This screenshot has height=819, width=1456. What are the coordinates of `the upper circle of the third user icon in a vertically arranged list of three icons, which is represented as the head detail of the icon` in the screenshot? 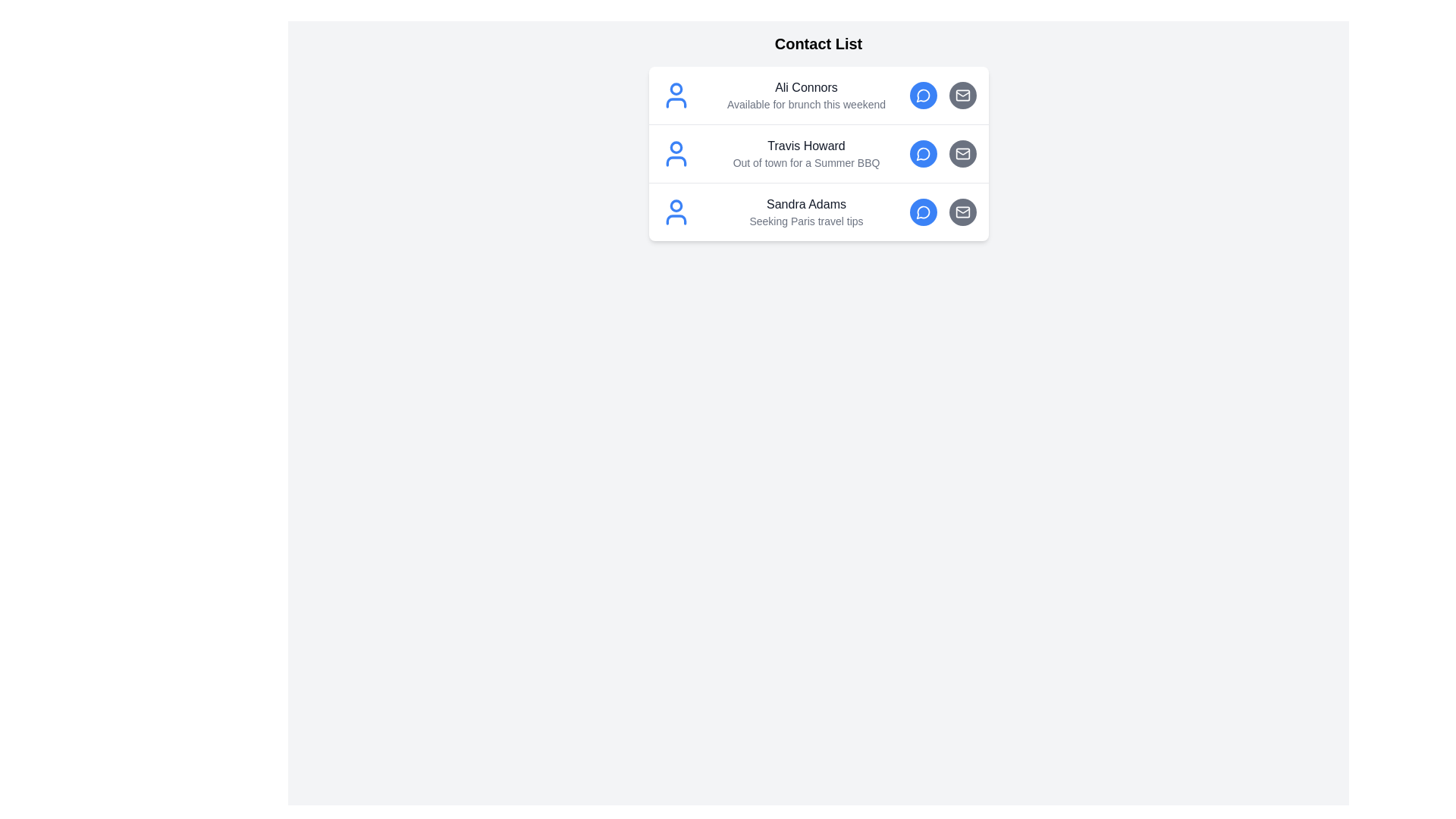 It's located at (675, 206).